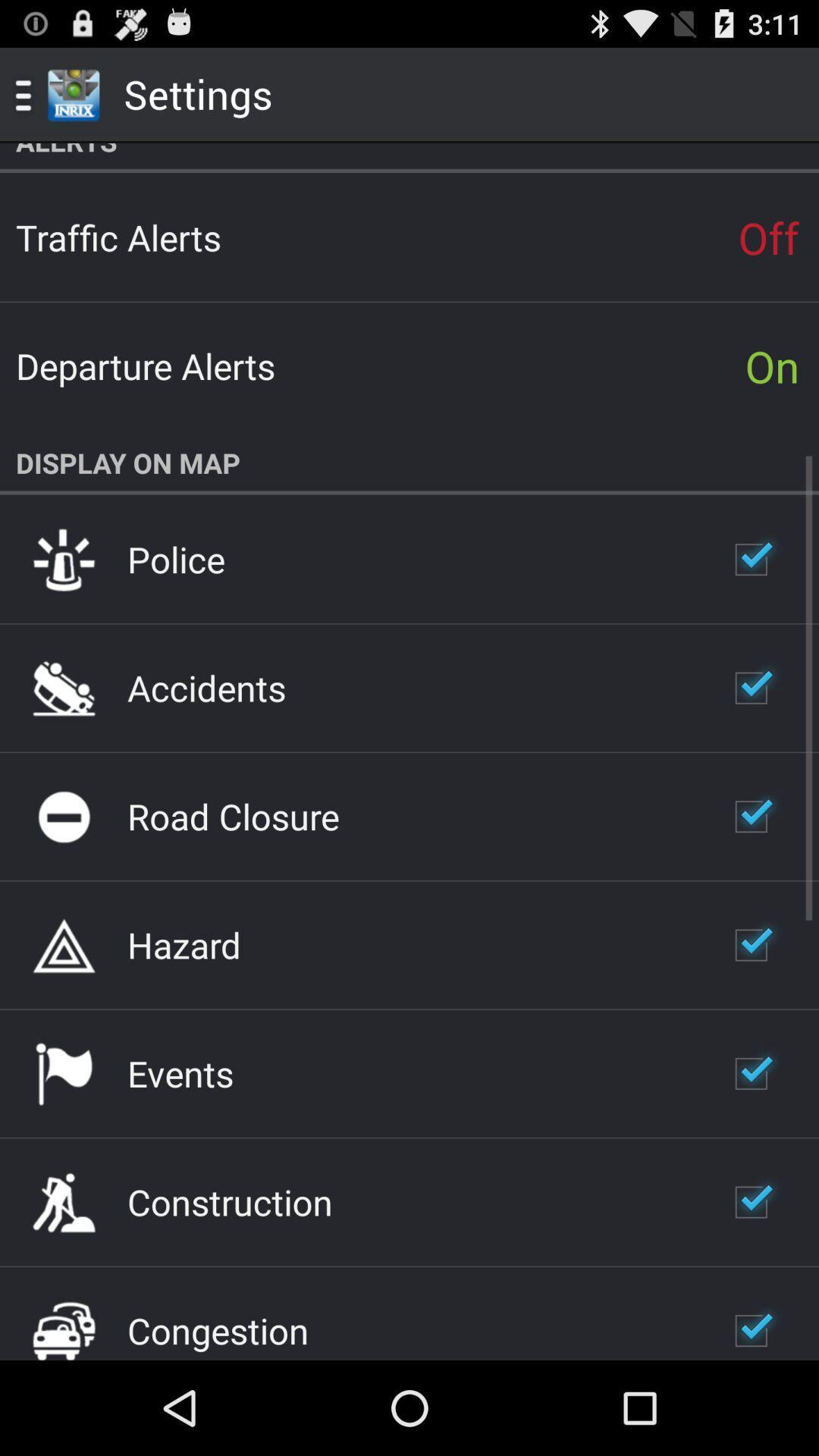 This screenshot has width=819, height=1456. I want to click on app below the traffic alerts icon, so click(146, 366).